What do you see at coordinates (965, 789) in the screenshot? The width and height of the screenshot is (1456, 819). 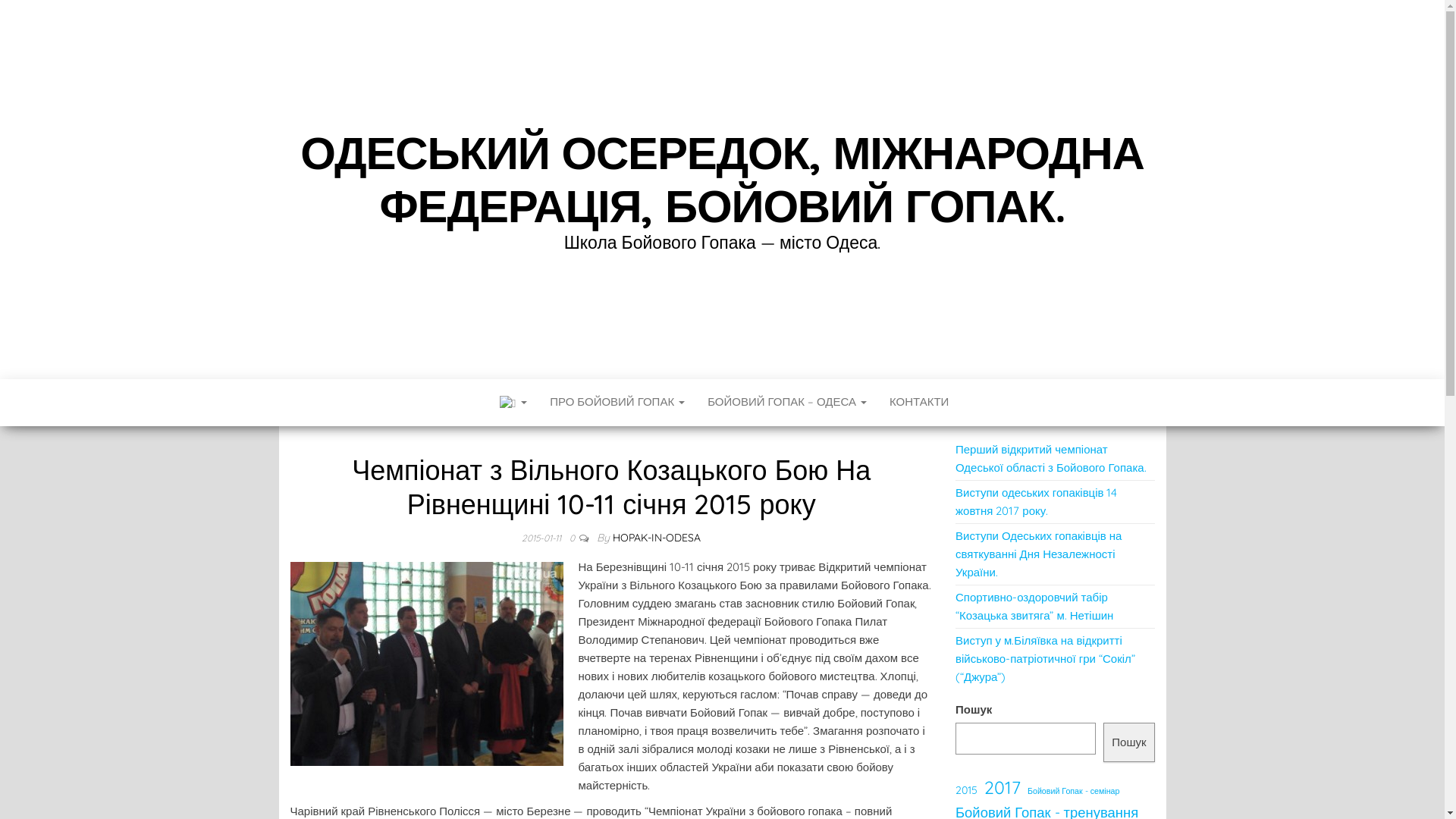 I see `'2015'` at bounding box center [965, 789].